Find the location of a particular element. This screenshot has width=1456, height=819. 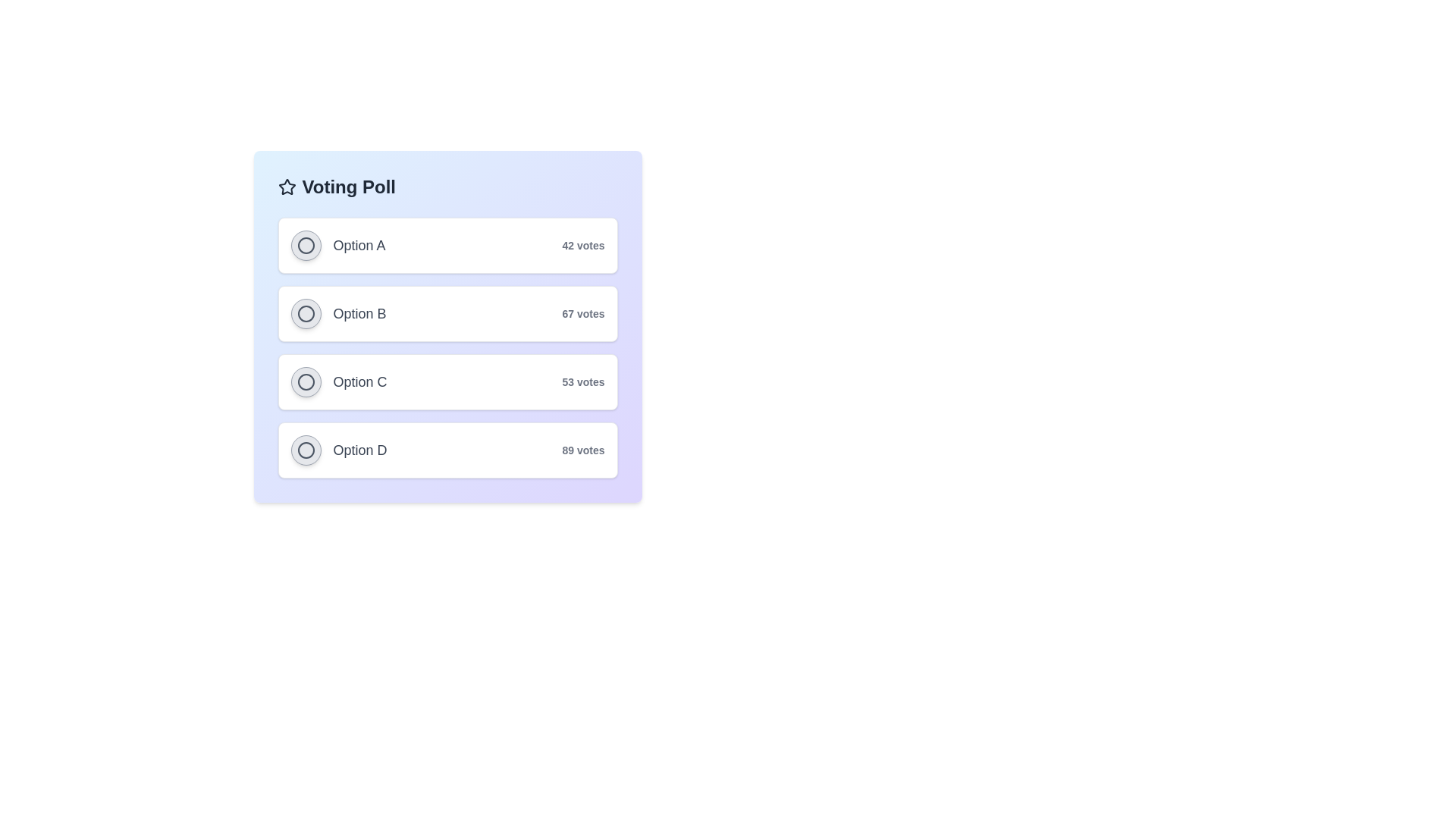

the radio button located to the left of the text 'Option B' in the voting interface is located at coordinates (305, 312).